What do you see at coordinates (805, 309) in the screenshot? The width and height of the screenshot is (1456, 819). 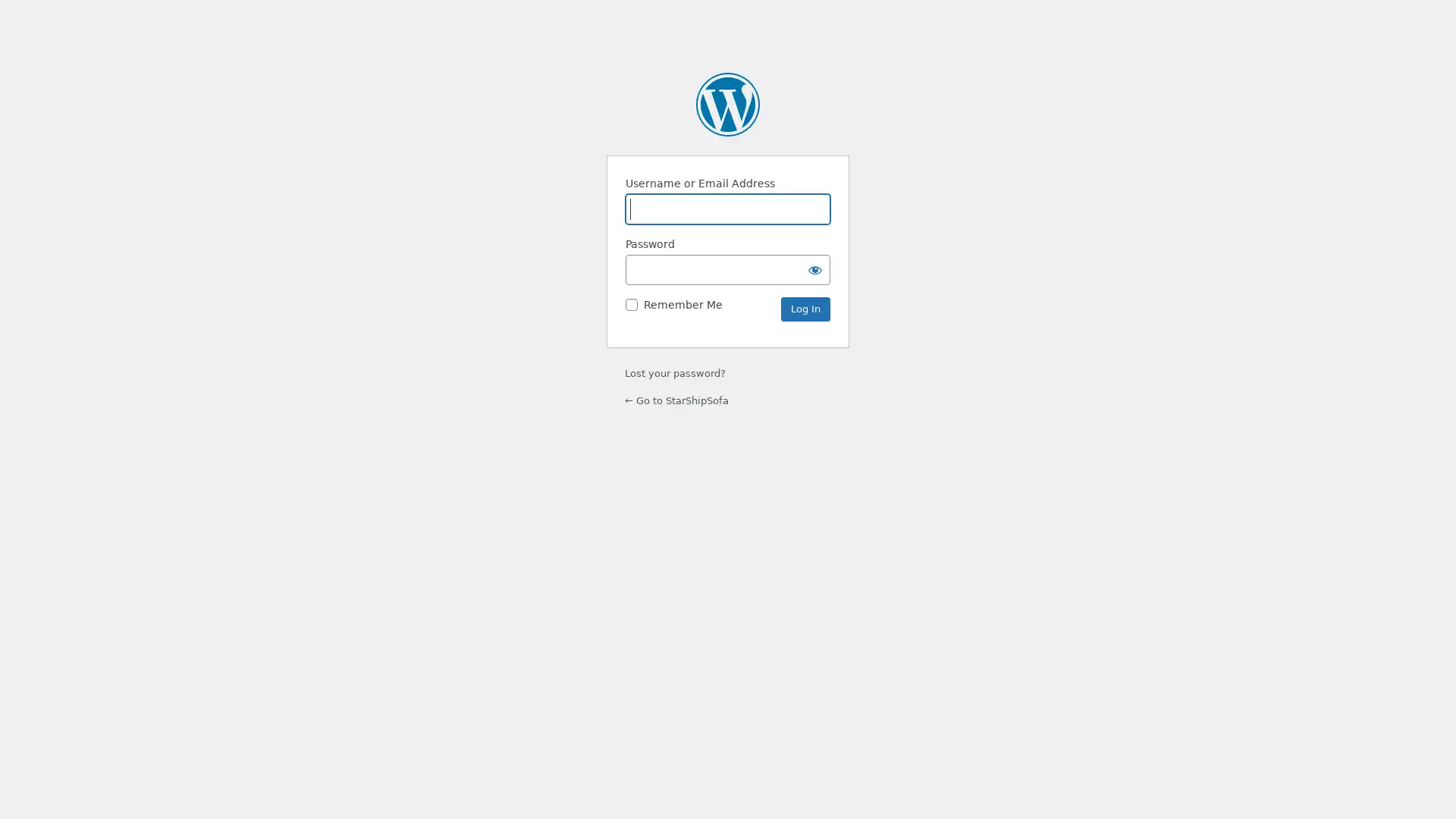 I see `Log In` at bounding box center [805, 309].